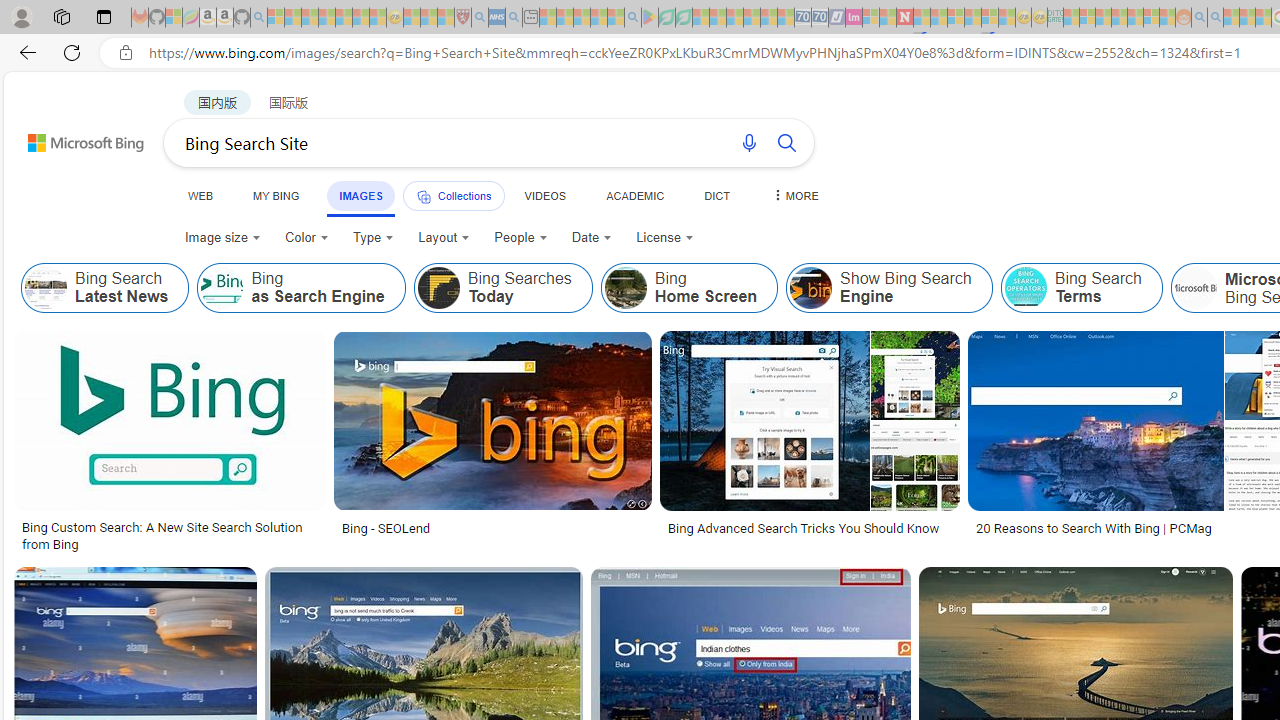  I want to click on 'Bing Search Latest News', so click(104, 288).